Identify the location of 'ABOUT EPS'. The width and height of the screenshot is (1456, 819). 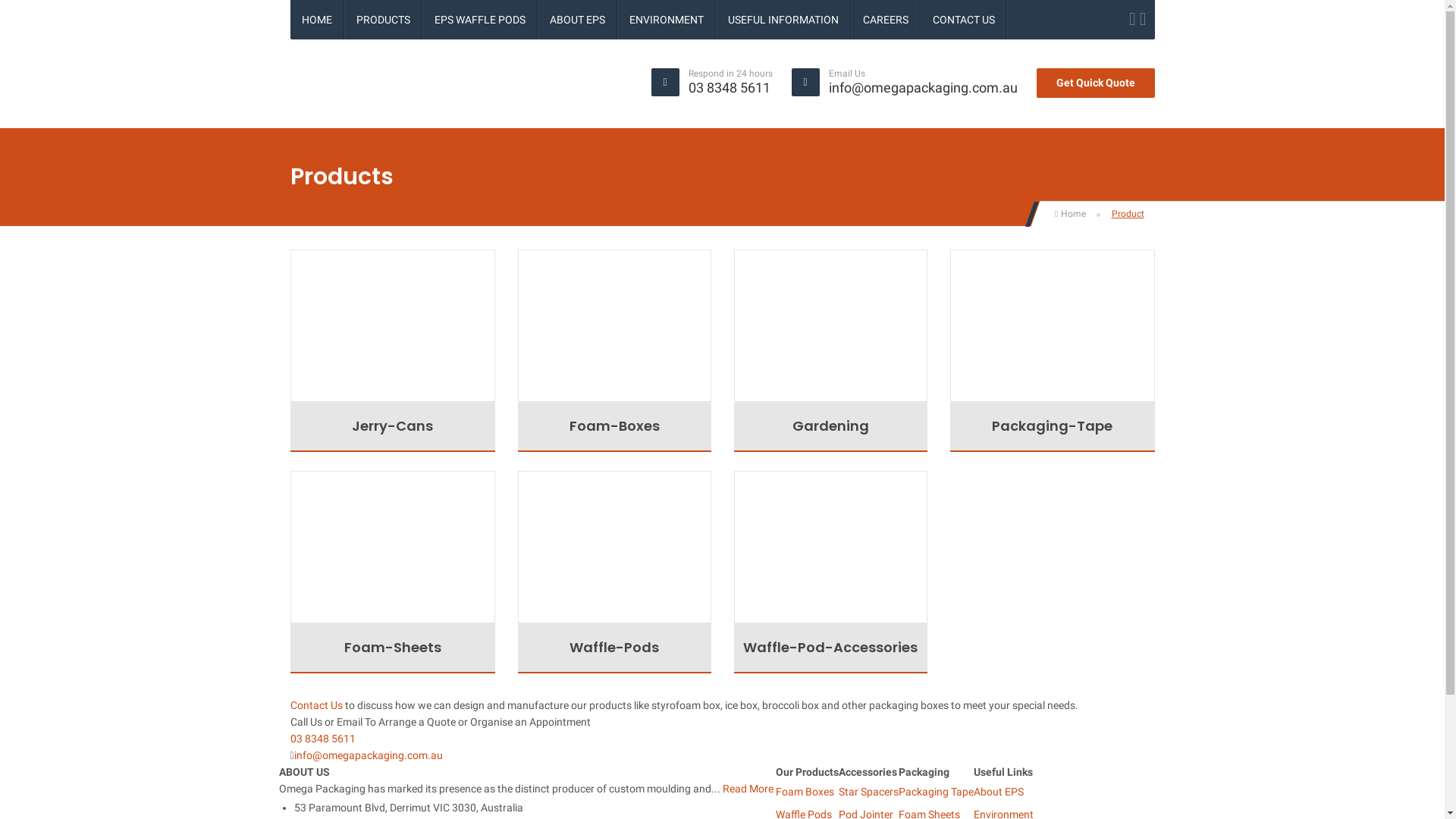
(576, 20).